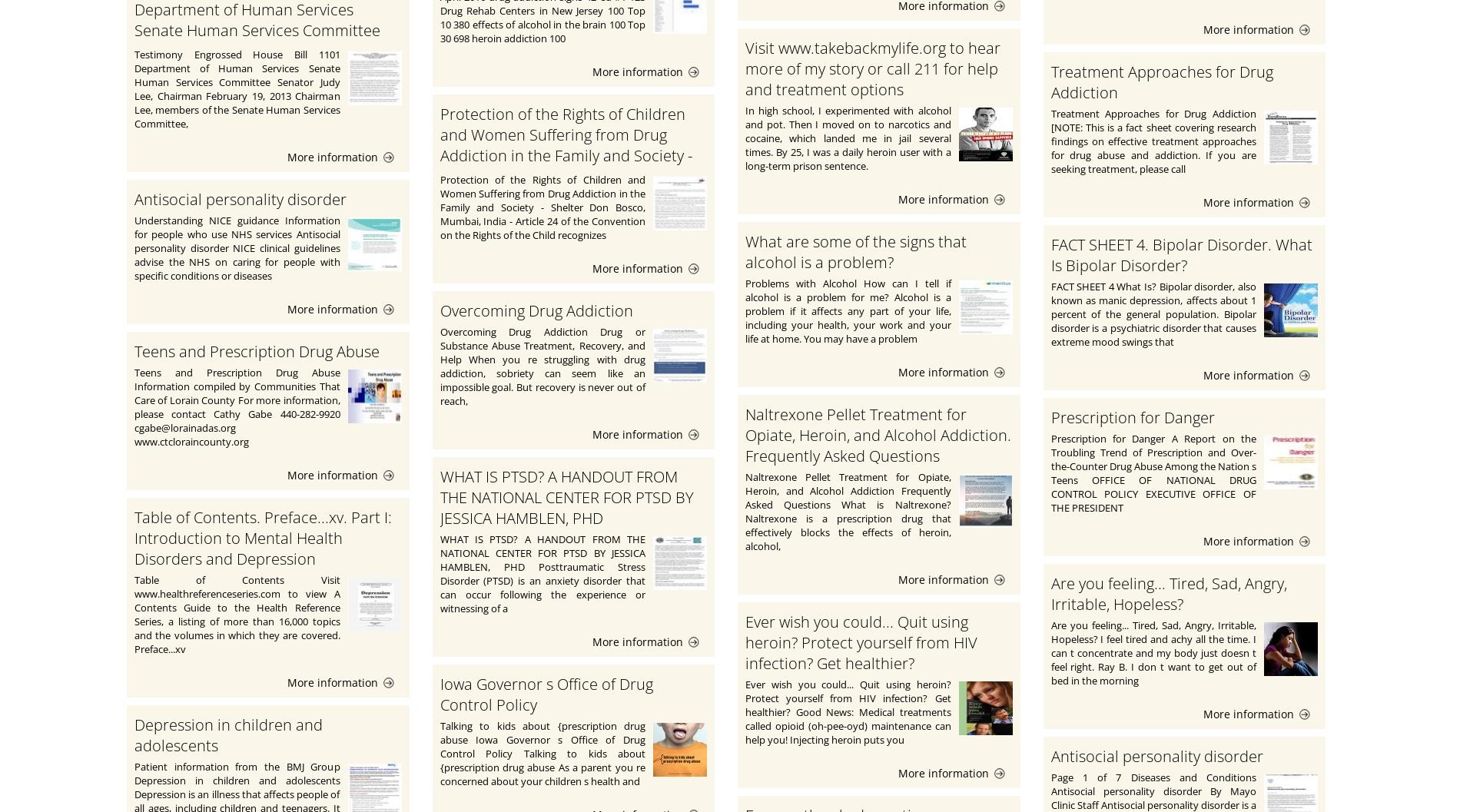  Describe the element at coordinates (236, 248) in the screenshot. I see `'Understanding NICE guidance Information for people who use NHS services Antisocial personality disorder NICE clinical guidelines advise the NHS on caring for people with specific conditions or diseases'` at that location.